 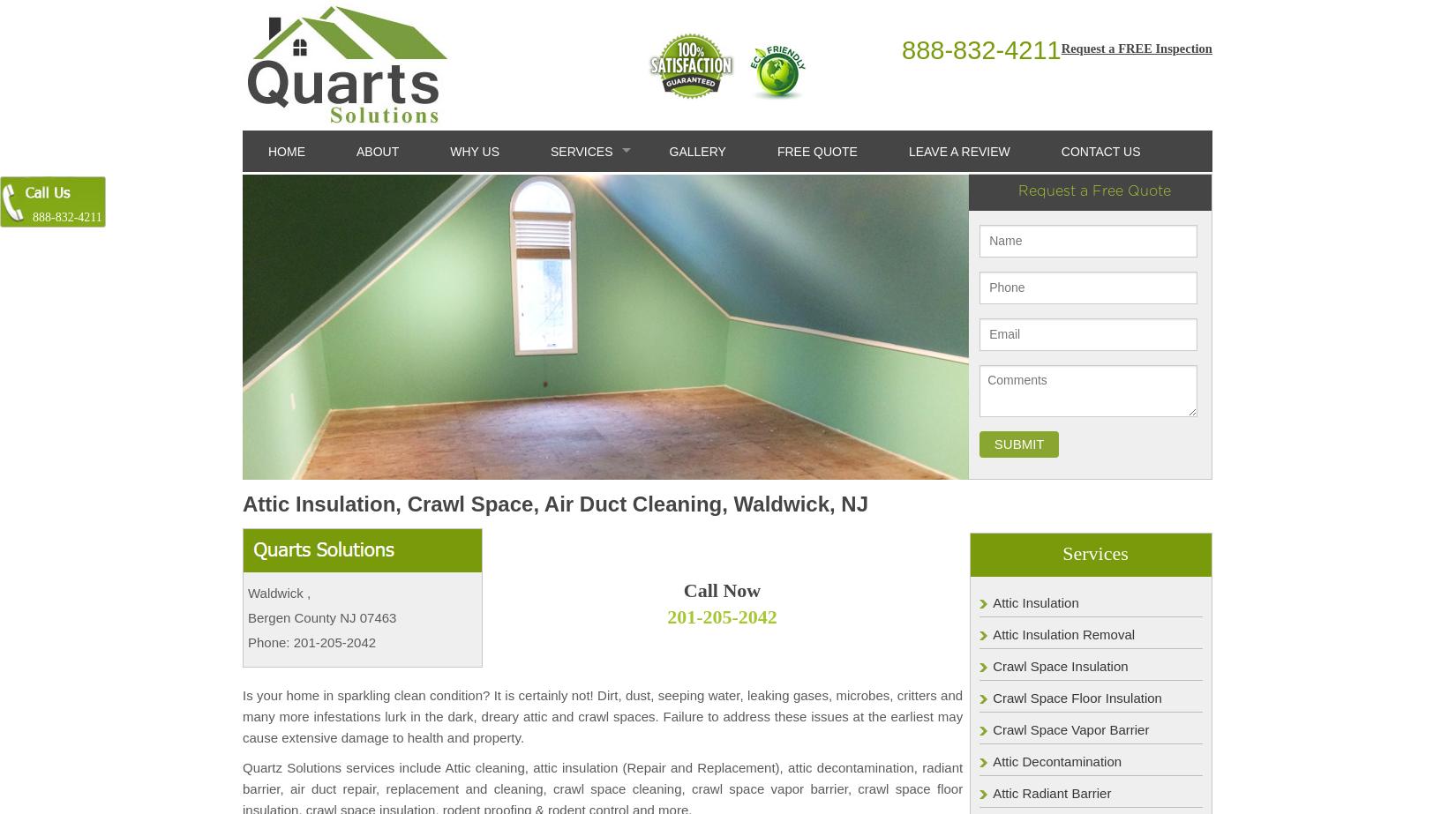 What do you see at coordinates (992, 632) in the screenshot?
I see `'Attic Insulation Removal'` at bounding box center [992, 632].